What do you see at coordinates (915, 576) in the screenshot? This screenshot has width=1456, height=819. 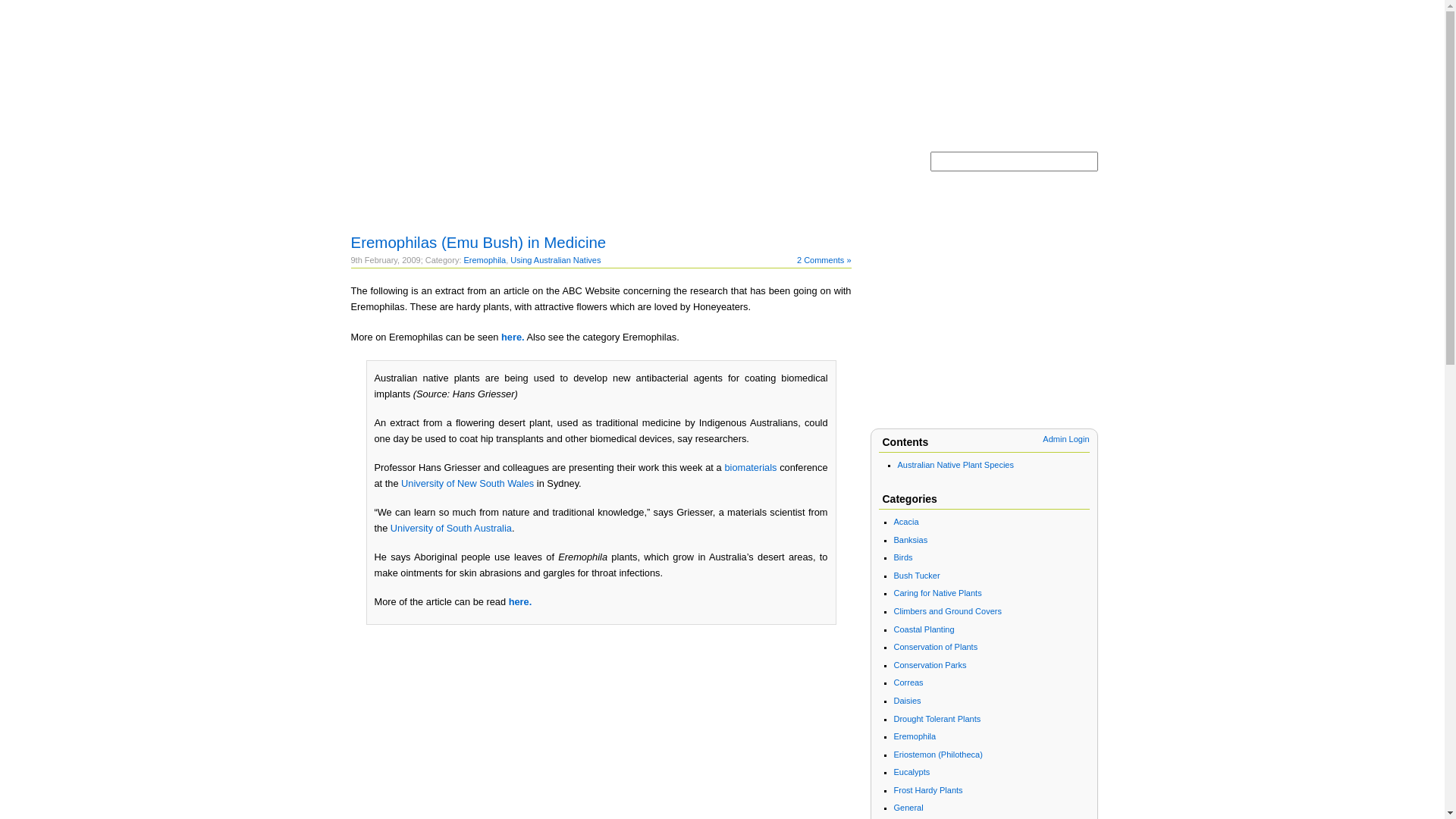 I see `'Bush Tucker'` at bounding box center [915, 576].